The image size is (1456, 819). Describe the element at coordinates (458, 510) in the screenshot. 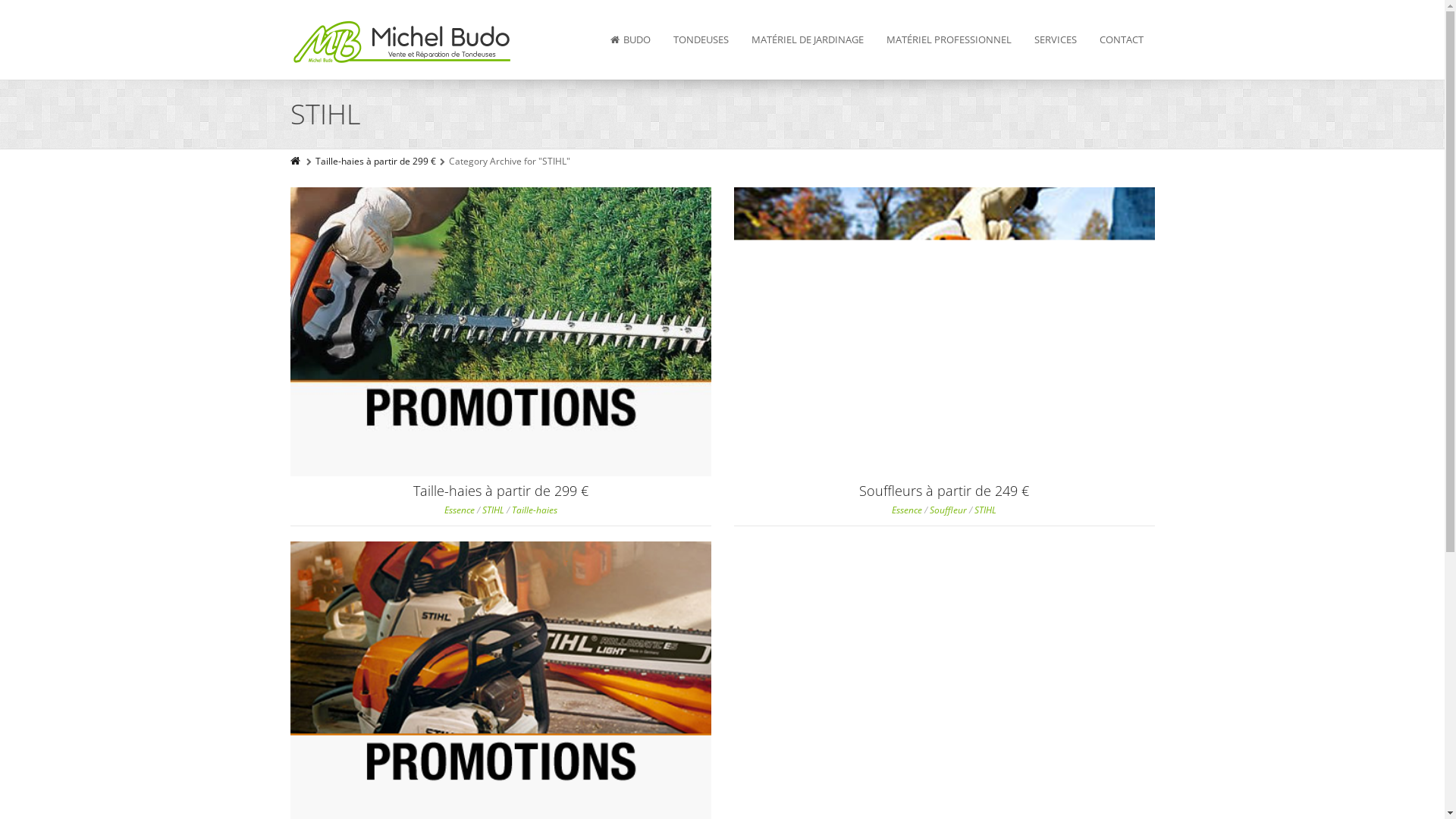

I see `'Essence'` at that location.